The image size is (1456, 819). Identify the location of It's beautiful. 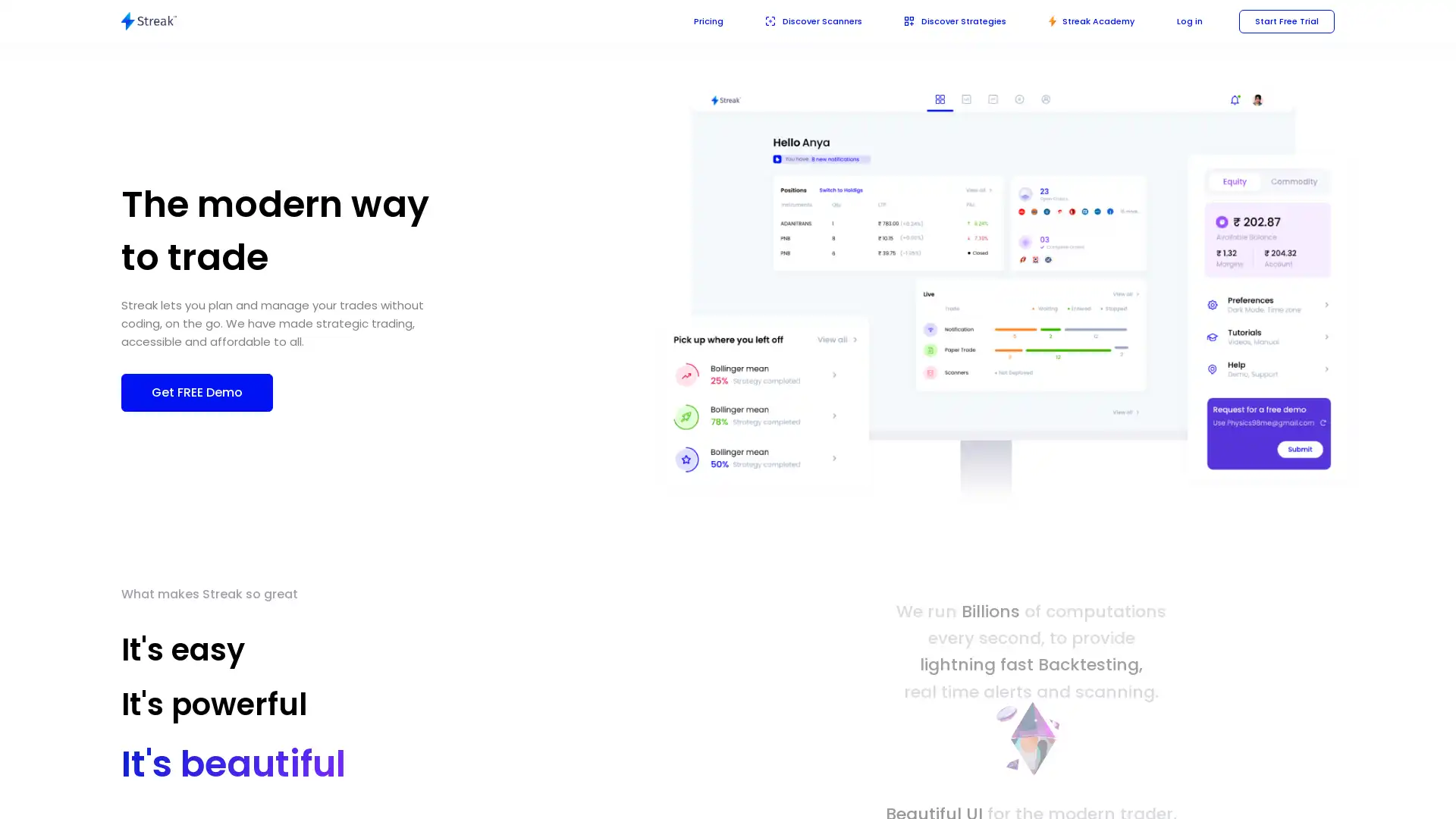
(215, 769).